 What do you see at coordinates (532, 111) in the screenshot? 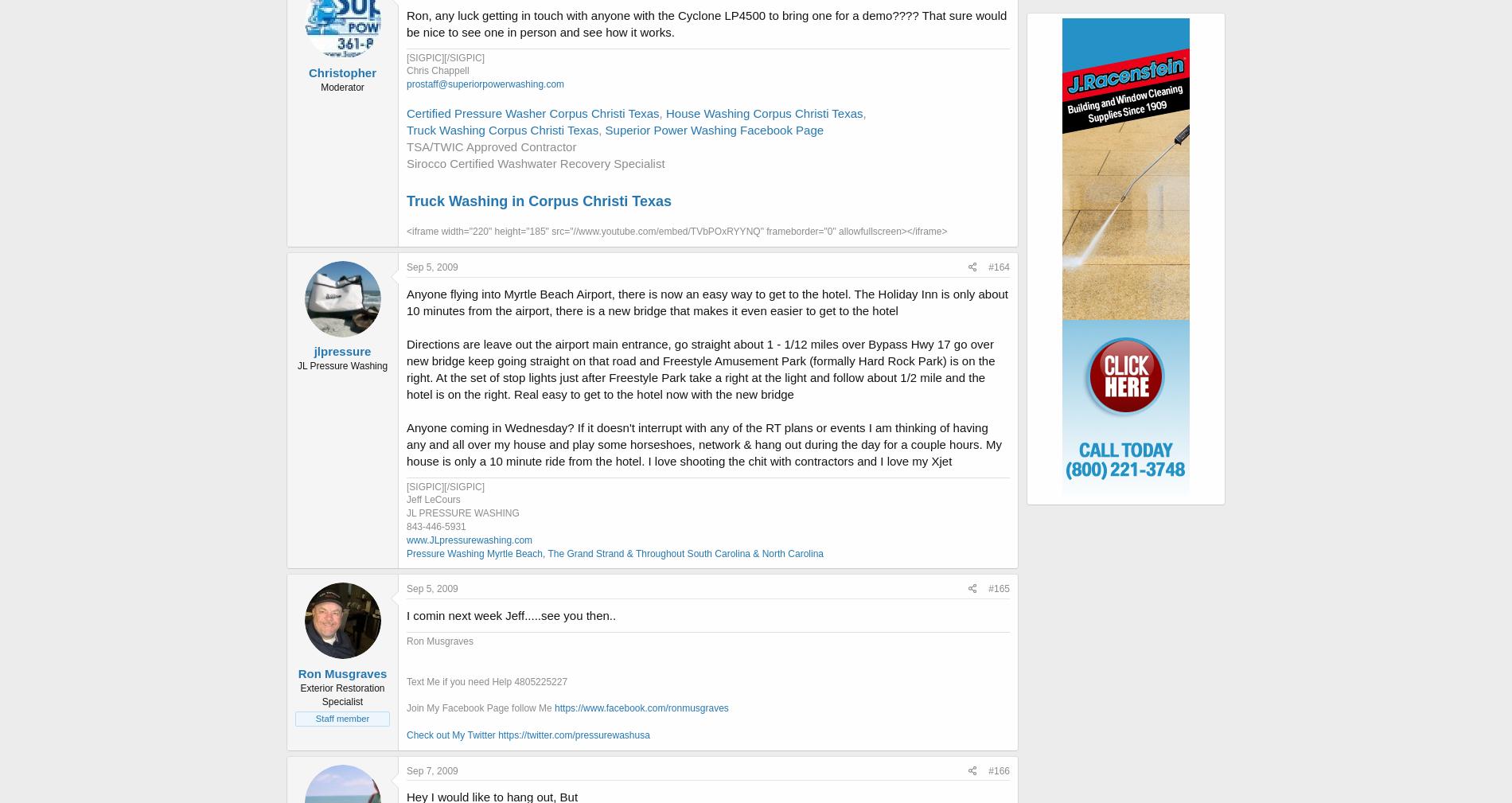
I see `'Certified Pressure Washer Corpus Christi Texas'` at bounding box center [532, 111].